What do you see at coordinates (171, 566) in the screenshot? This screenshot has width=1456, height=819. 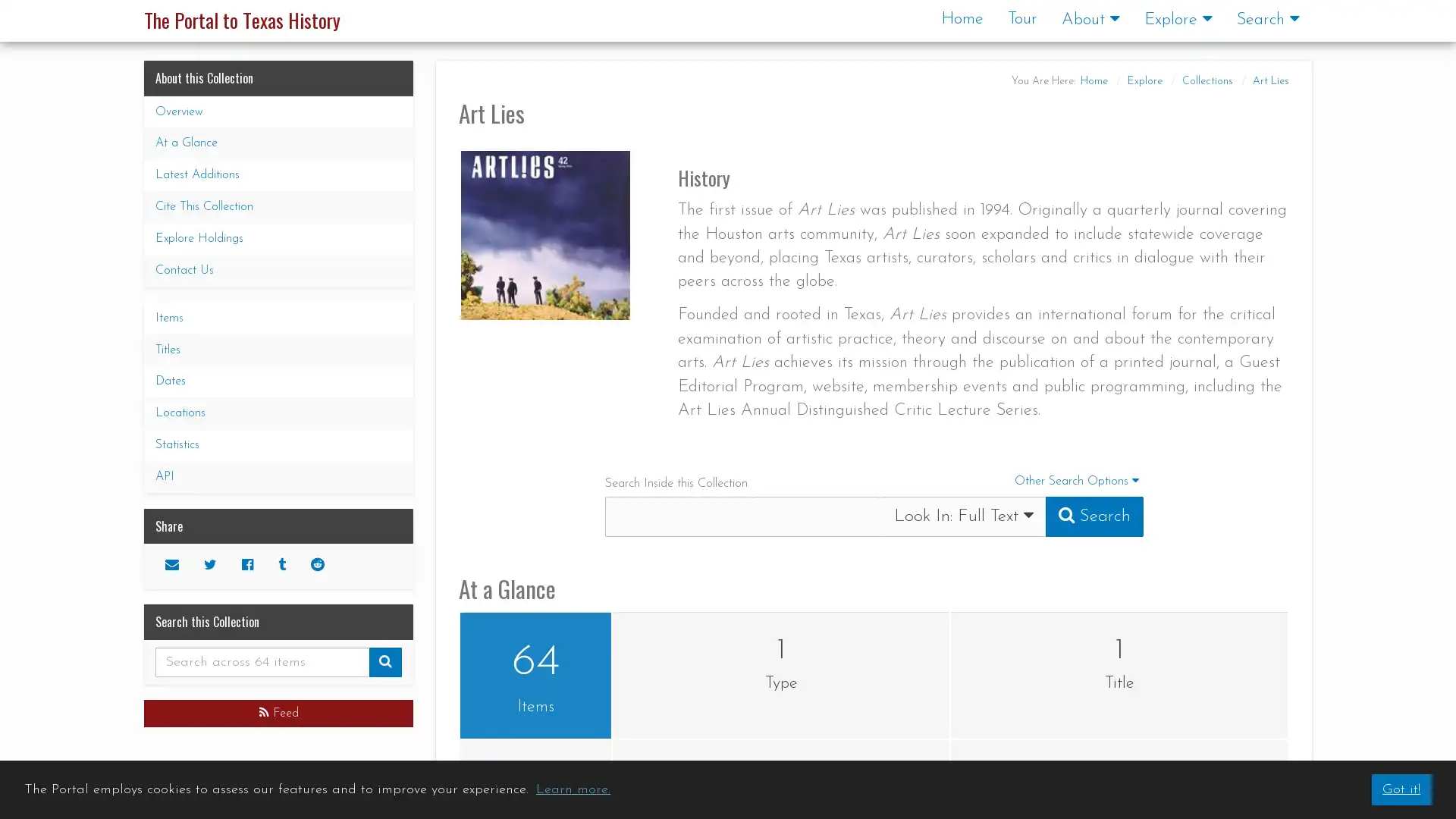 I see `Email` at bounding box center [171, 566].